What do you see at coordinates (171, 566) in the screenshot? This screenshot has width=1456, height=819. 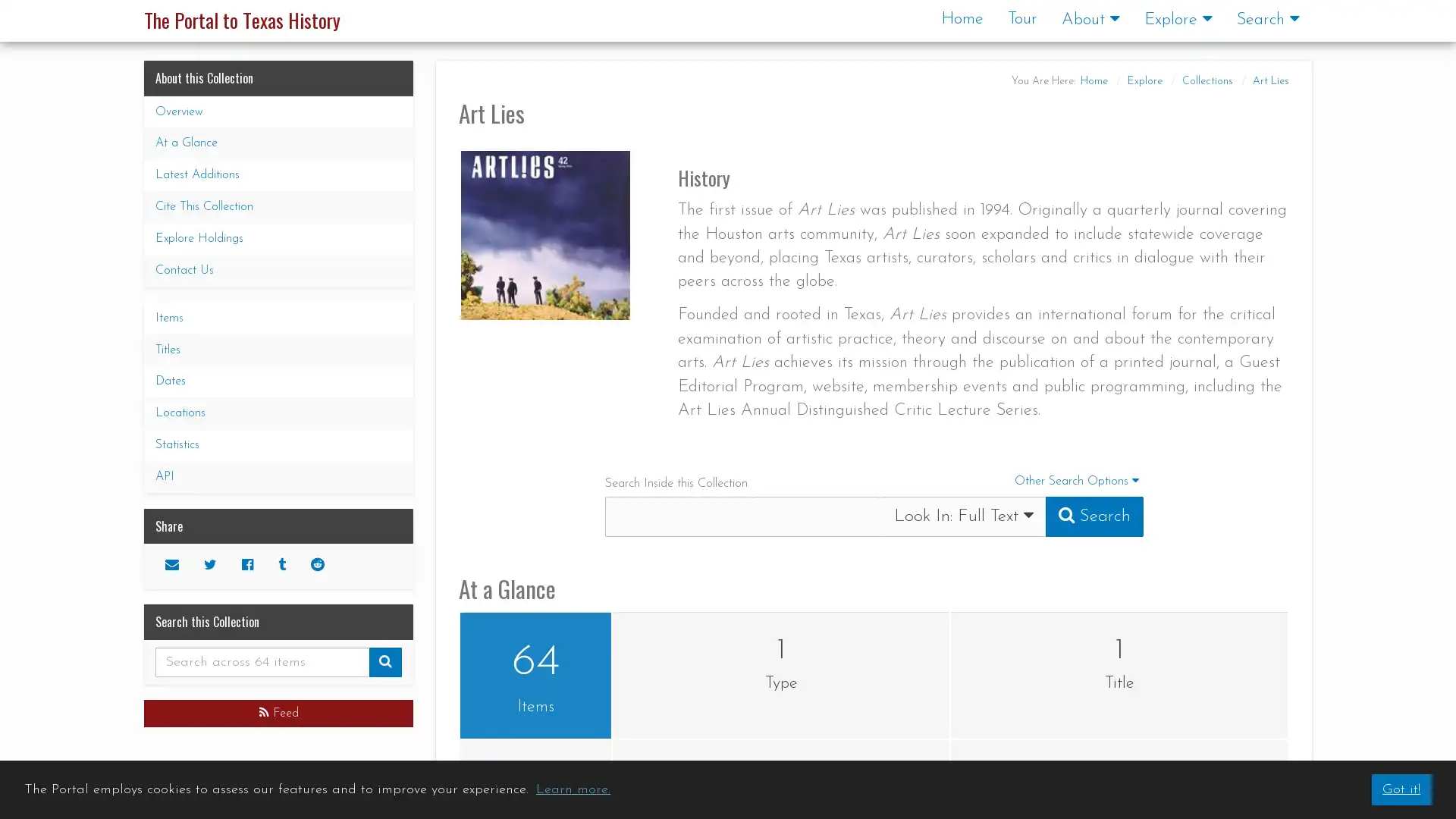 I see `Email` at bounding box center [171, 566].